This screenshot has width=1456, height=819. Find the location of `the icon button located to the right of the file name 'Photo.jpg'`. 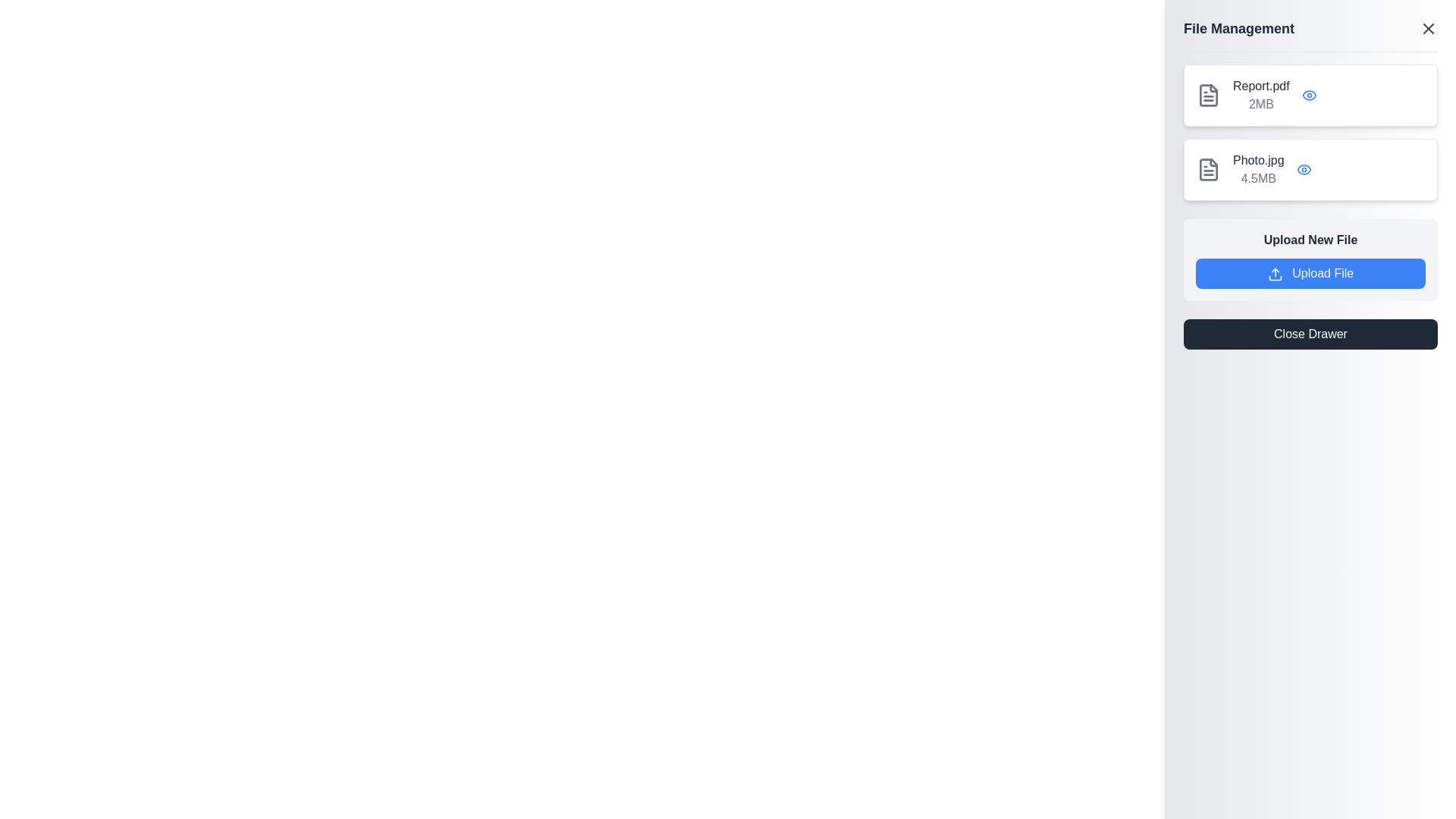

the icon button located to the right of the file name 'Photo.jpg' is located at coordinates (1303, 169).